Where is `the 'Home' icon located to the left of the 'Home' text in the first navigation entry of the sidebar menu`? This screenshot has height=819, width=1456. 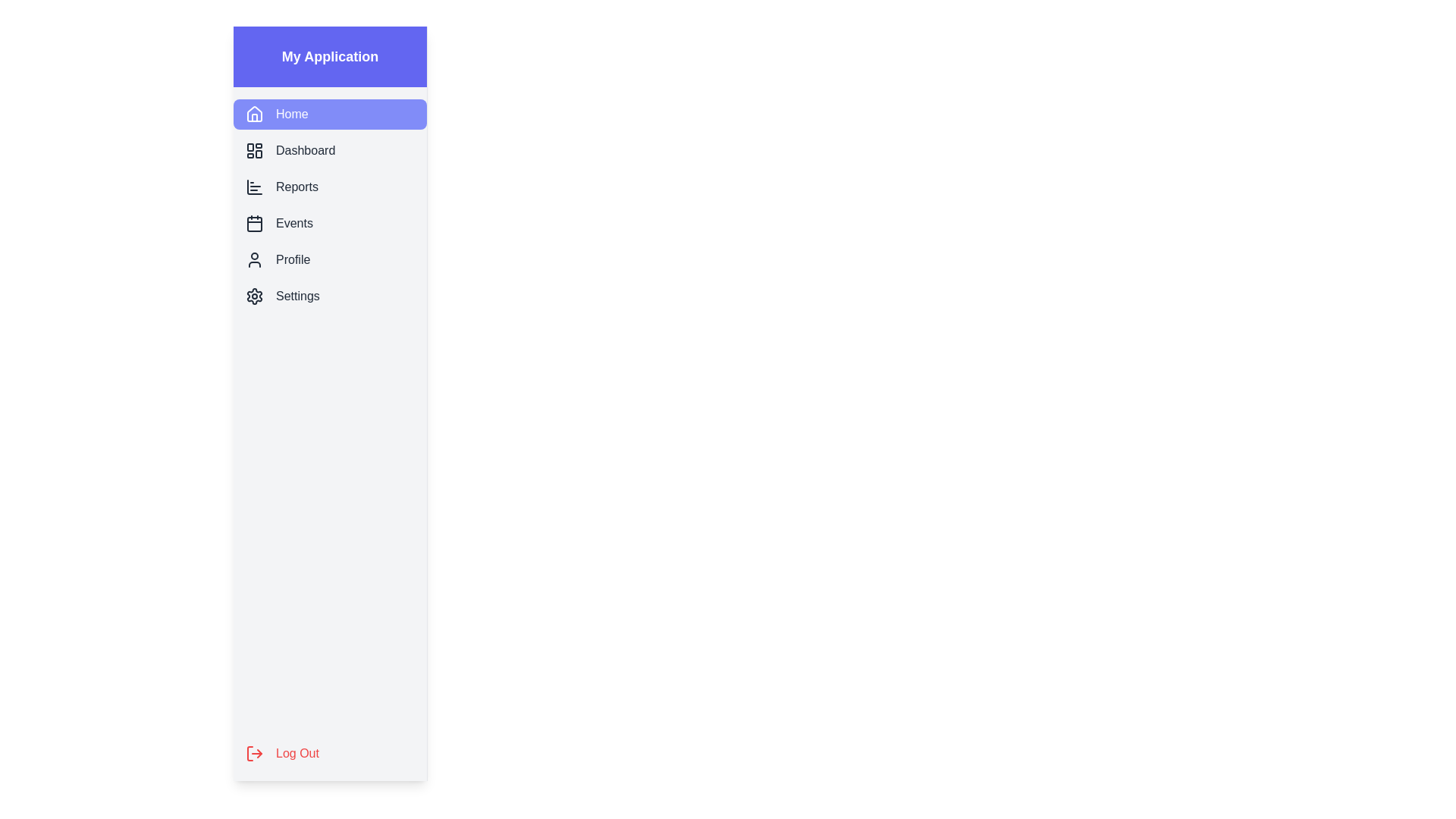 the 'Home' icon located to the left of the 'Home' text in the first navigation entry of the sidebar menu is located at coordinates (255, 113).